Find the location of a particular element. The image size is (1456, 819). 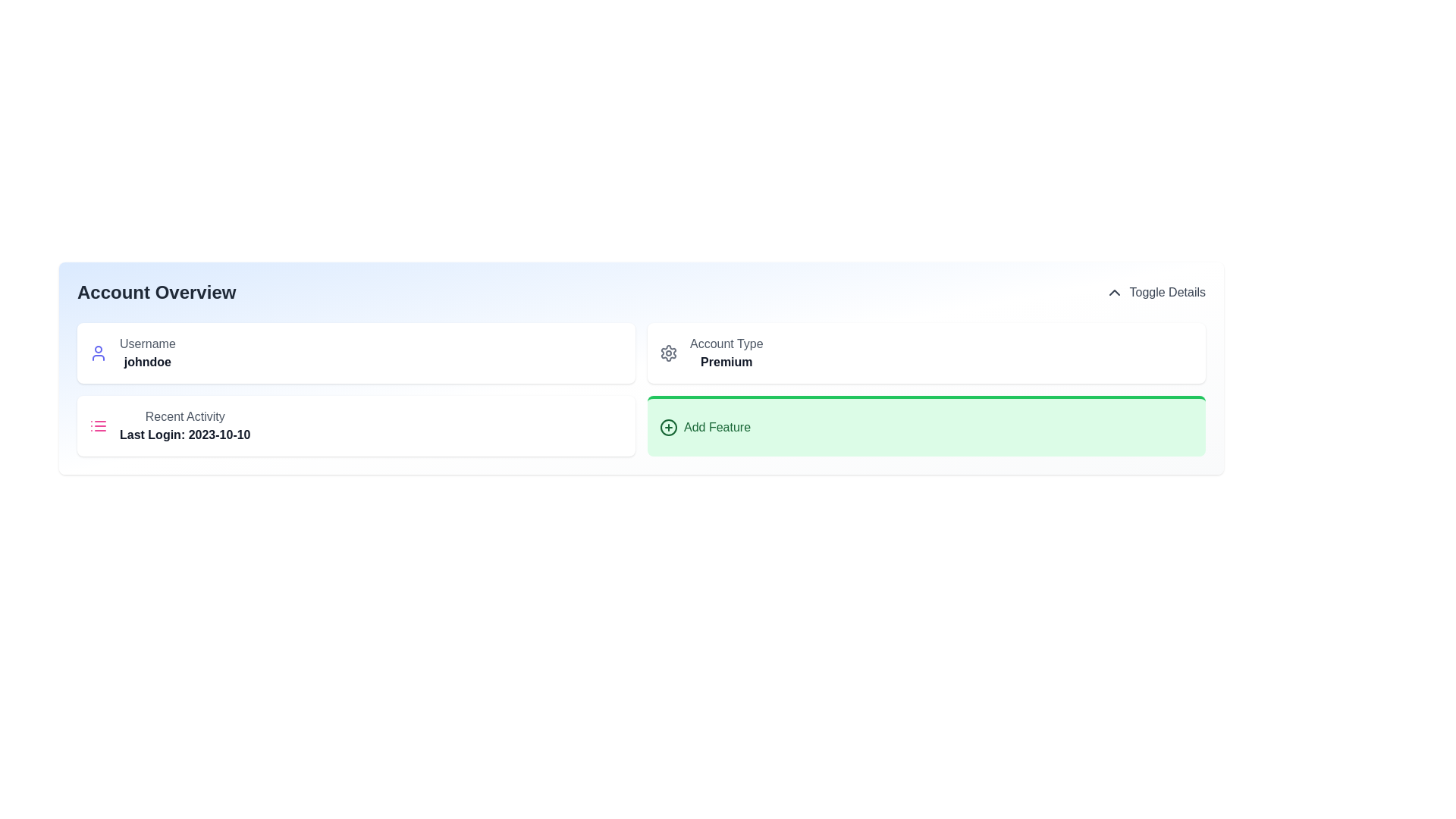

the 'Toggle Details' button located in the top-right corner of the 'Account Overview' header section to change its text color from gray to indigo is located at coordinates (1154, 292).